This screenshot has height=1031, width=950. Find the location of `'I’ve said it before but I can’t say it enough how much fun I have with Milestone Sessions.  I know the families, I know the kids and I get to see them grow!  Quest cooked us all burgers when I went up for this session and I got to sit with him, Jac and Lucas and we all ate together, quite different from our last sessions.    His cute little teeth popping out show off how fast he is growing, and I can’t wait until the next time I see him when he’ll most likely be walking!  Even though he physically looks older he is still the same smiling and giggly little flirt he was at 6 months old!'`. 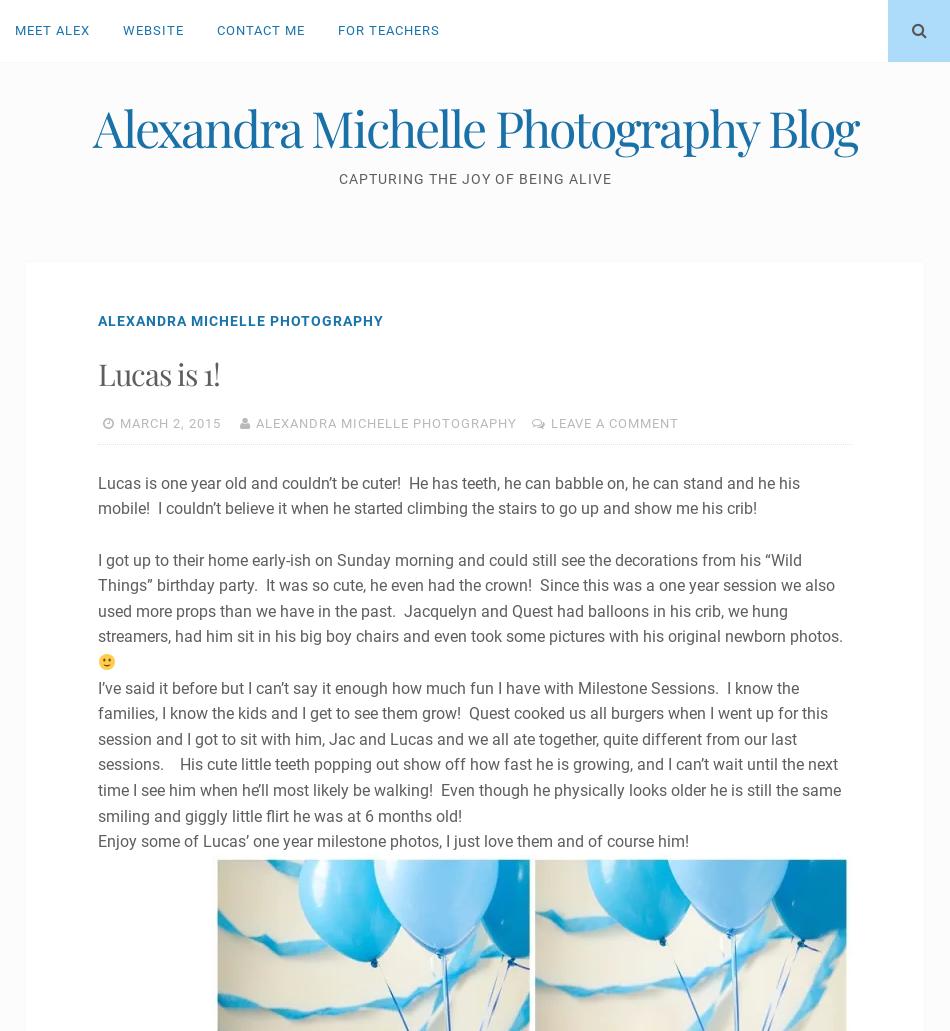

'I’ve said it before but I can’t say it enough how much fun I have with Milestone Sessions.  I know the families, I know the kids and I get to see them grow!  Quest cooked us all burgers when I went up for this session and I got to sit with him, Jac and Lucas and we all ate together, quite different from our last sessions.    His cute little teeth popping out show off how fast he is growing, and I can’t wait until the next time I see him when he’ll most likely be walking!  Even though he physically looks older he is still the same smiling and giggly little flirt he was at 6 months old!' is located at coordinates (467, 750).